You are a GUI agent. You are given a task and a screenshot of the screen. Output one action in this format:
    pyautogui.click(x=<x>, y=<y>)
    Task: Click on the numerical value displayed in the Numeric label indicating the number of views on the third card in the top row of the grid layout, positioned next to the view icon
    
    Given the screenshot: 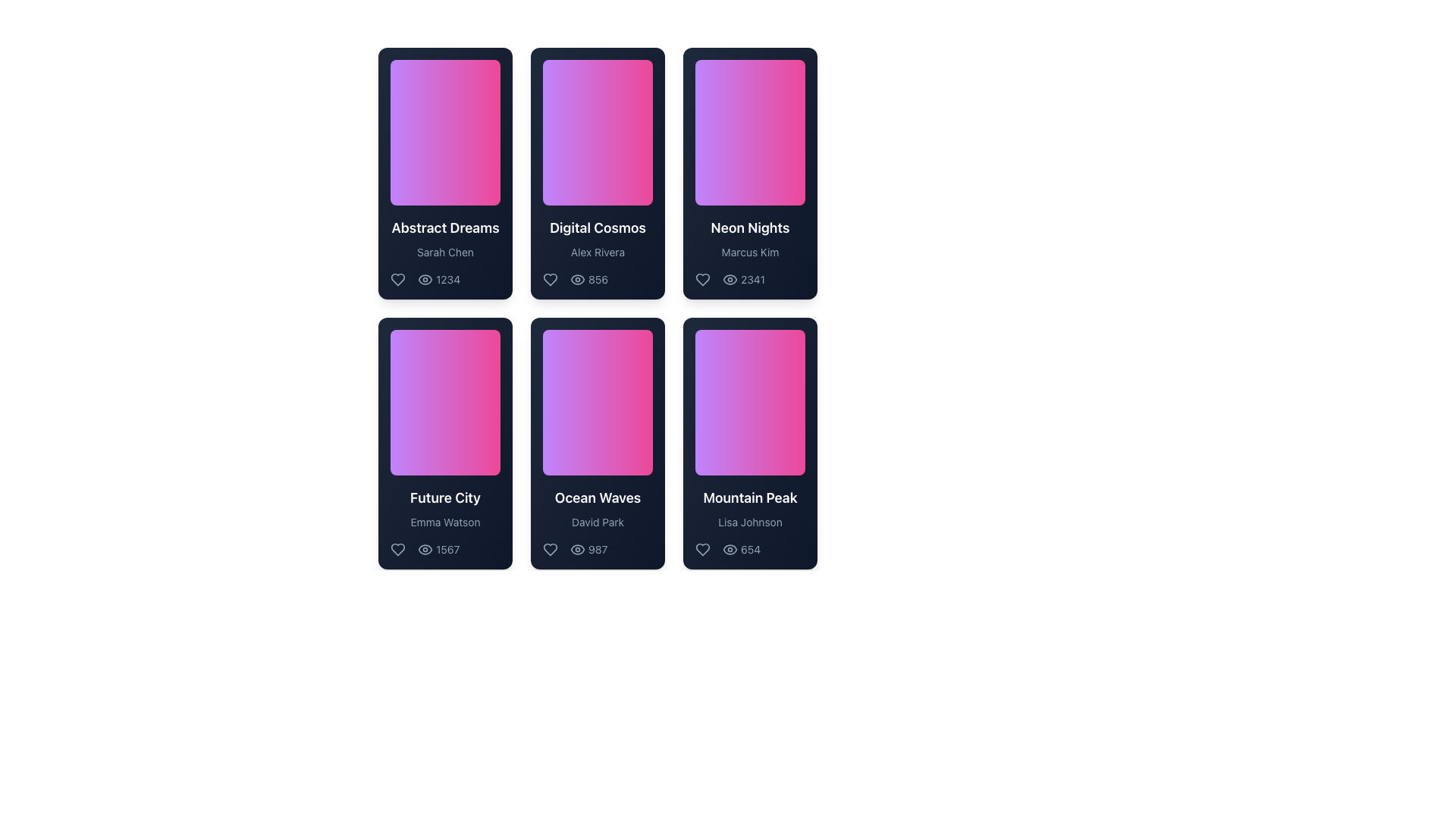 What is the action you would take?
    pyautogui.click(x=750, y=280)
    